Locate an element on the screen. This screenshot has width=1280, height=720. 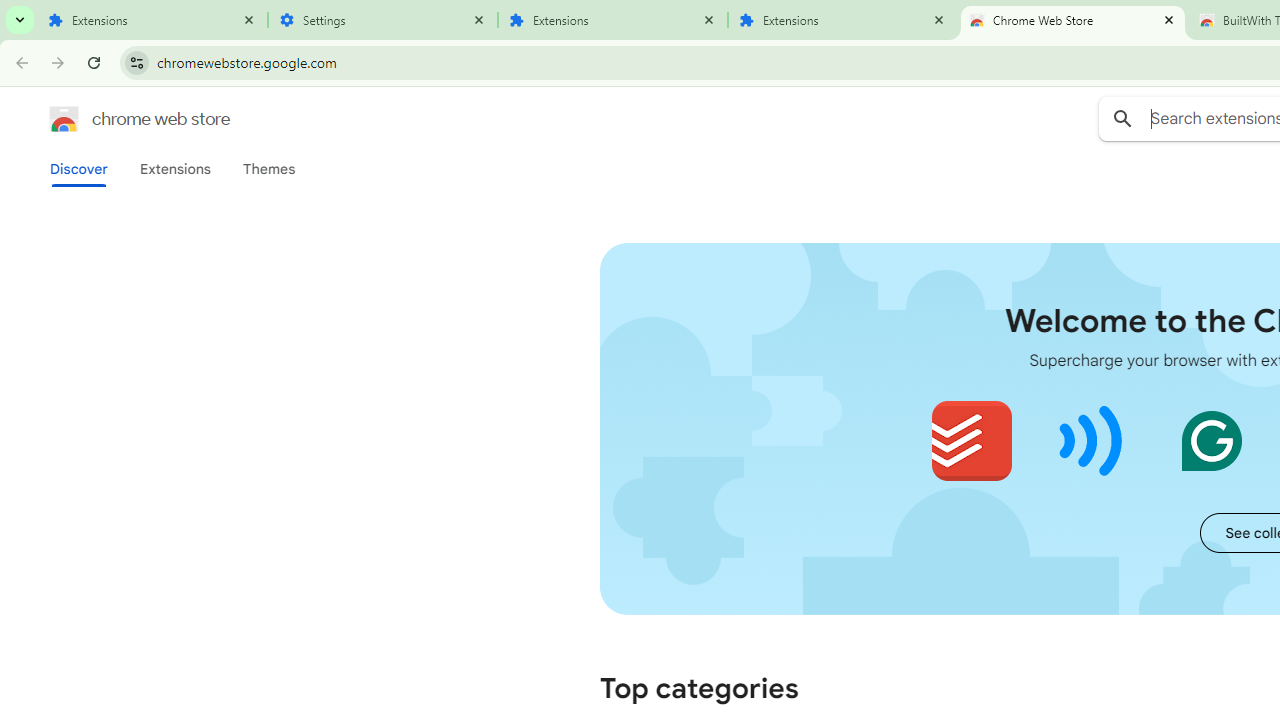
'Themes' is located at coordinates (268, 168).